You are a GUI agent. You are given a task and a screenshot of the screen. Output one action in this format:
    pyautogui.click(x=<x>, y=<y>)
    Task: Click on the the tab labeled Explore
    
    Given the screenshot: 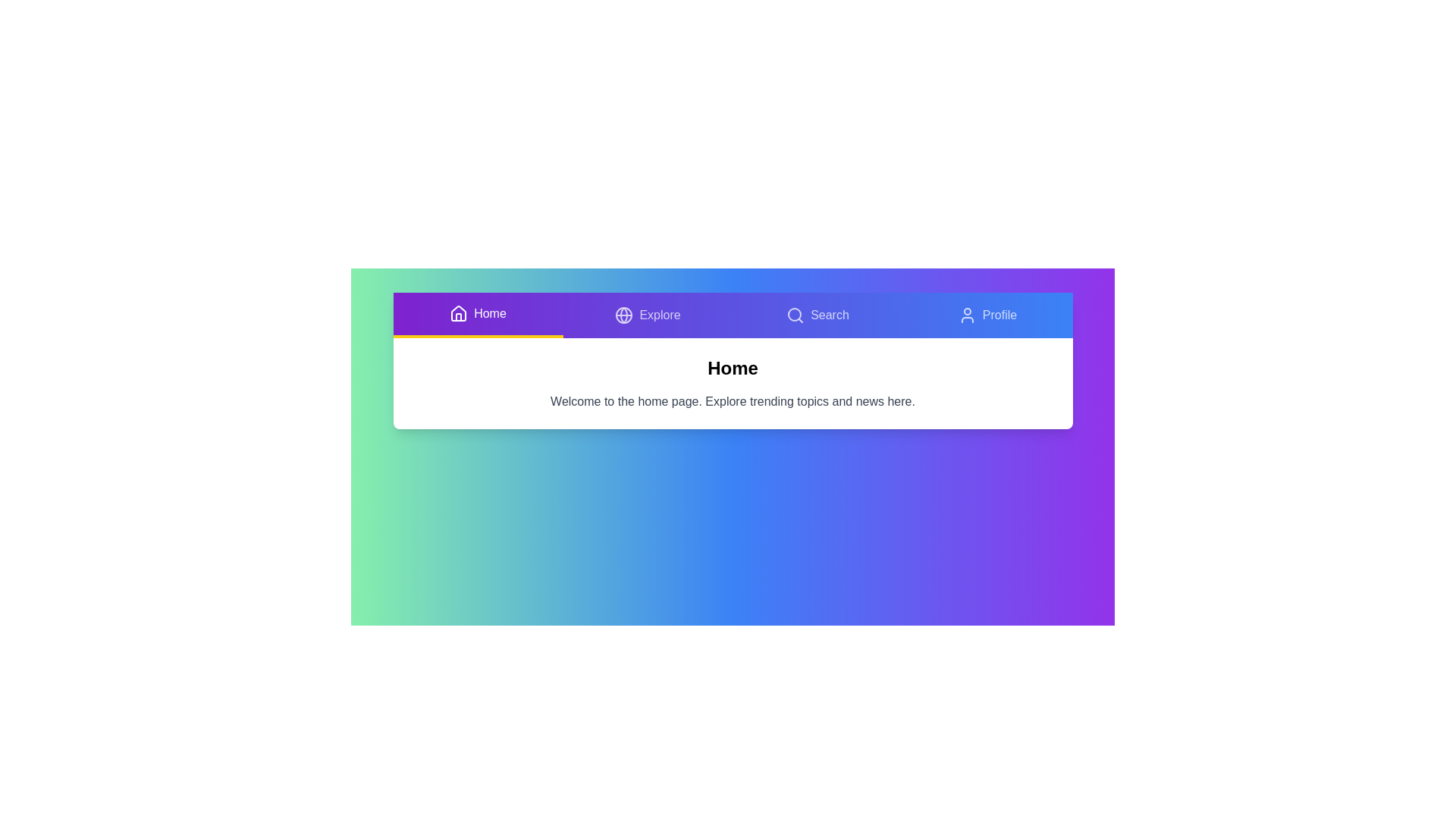 What is the action you would take?
    pyautogui.click(x=648, y=315)
    